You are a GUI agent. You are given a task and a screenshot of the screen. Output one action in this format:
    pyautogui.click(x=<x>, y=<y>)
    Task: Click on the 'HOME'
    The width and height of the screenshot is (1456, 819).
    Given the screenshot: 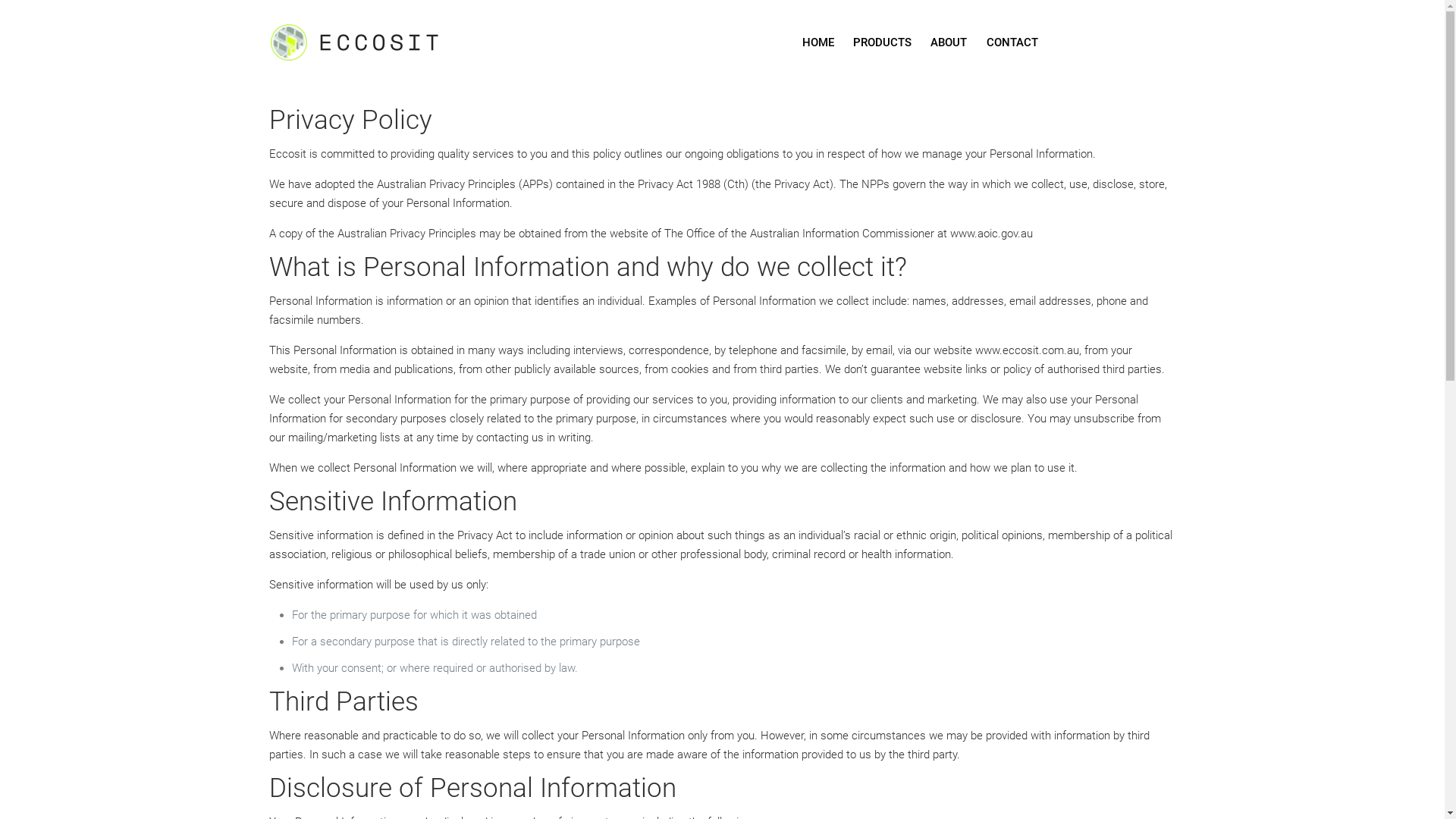 What is the action you would take?
    pyautogui.click(x=817, y=42)
    